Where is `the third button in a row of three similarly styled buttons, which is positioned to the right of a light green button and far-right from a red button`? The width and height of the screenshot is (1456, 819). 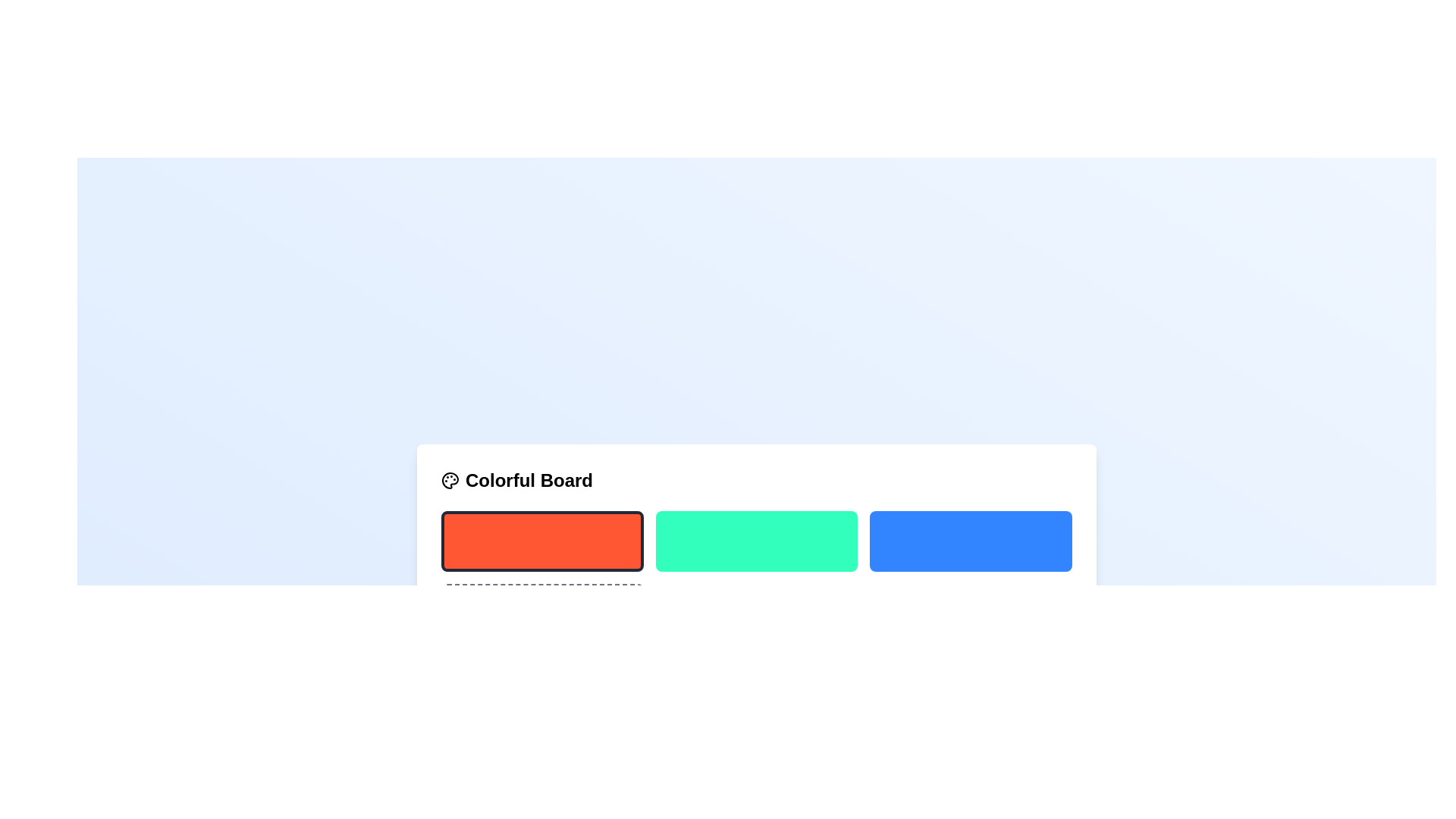
the third button in a row of three similarly styled buttons, which is positioned to the right of a light green button and far-right from a red button is located at coordinates (971, 540).